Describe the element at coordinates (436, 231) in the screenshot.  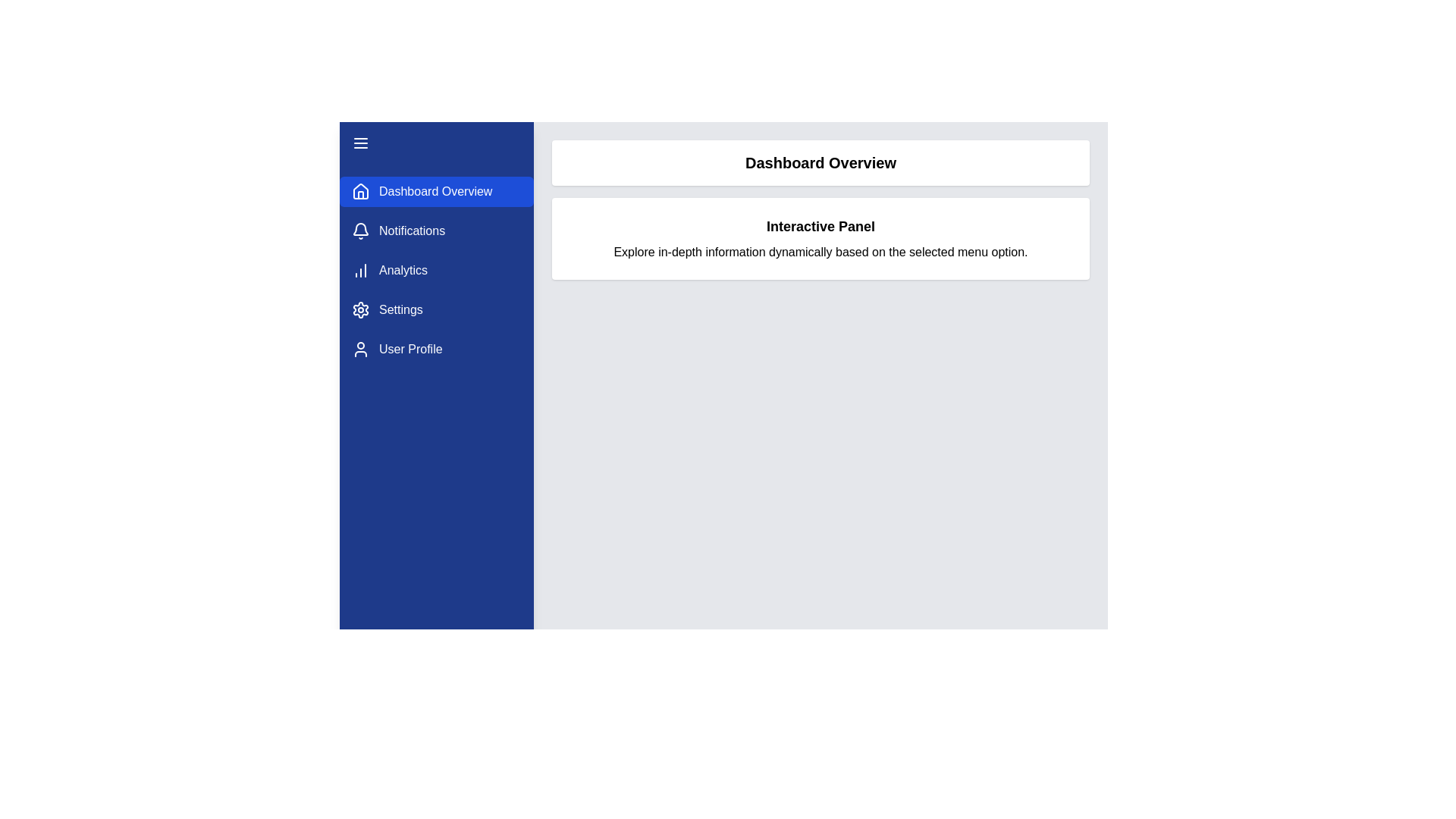
I see `the 'Notifications' navigation menu item, which is the second entry in the sidebar menu` at that location.